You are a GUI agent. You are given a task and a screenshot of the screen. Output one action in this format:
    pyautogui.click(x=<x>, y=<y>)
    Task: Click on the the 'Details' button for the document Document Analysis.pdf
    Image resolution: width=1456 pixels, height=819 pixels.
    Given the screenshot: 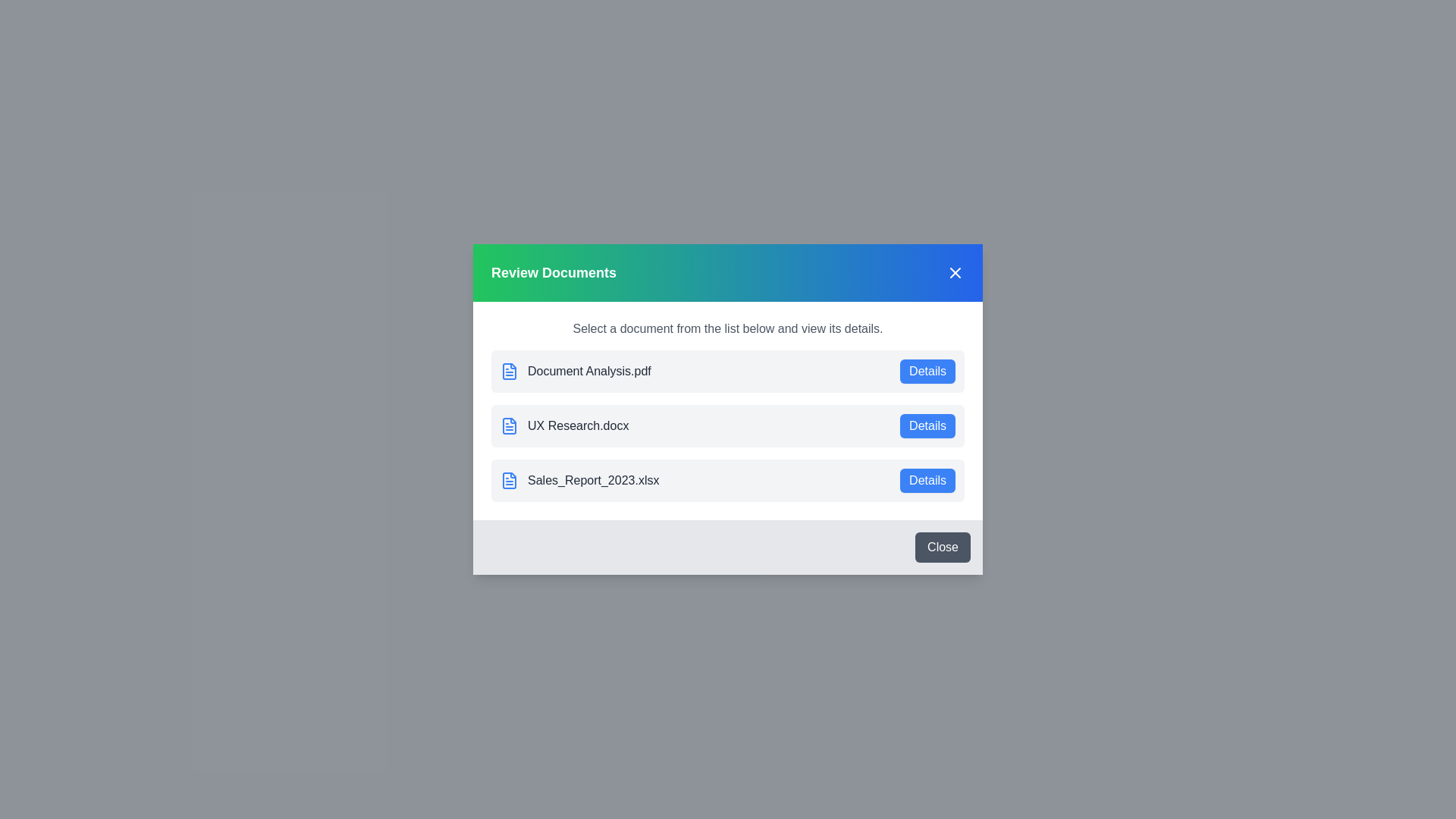 What is the action you would take?
    pyautogui.click(x=927, y=371)
    